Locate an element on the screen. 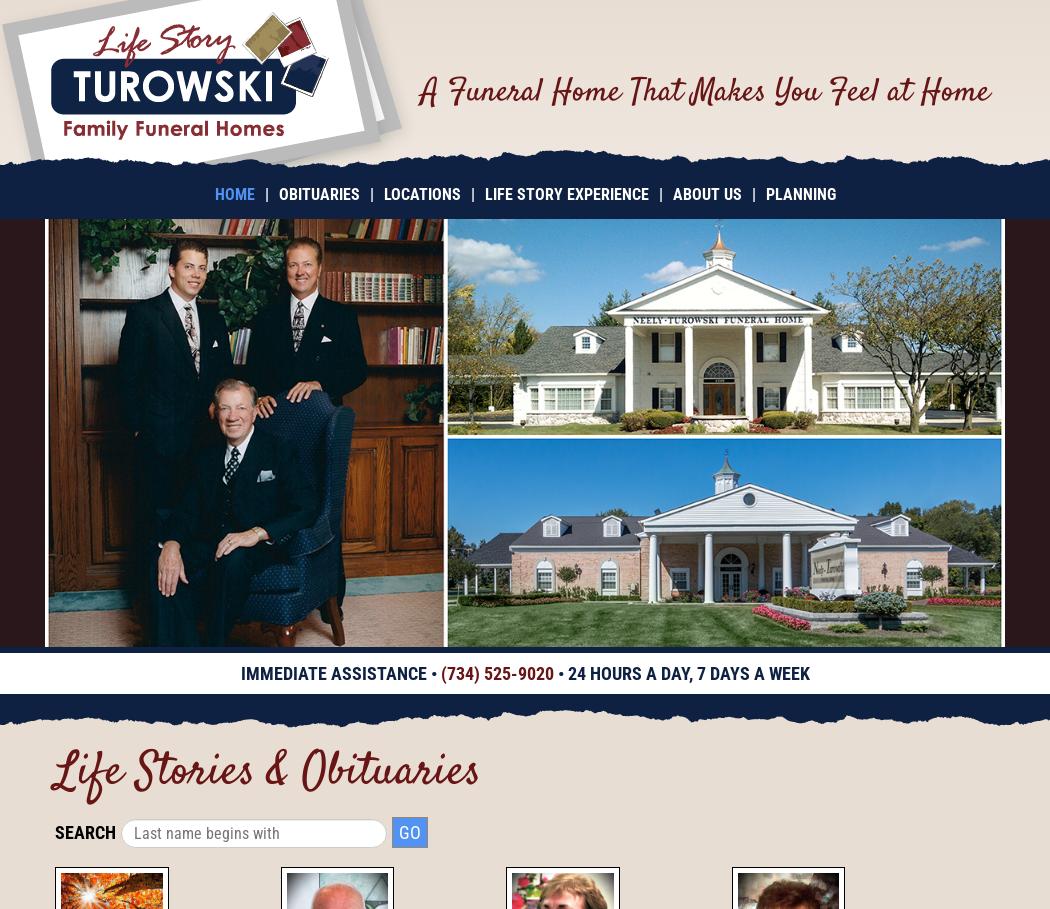 This screenshot has height=909, width=1050. 'Obituaries' is located at coordinates (318, 194).